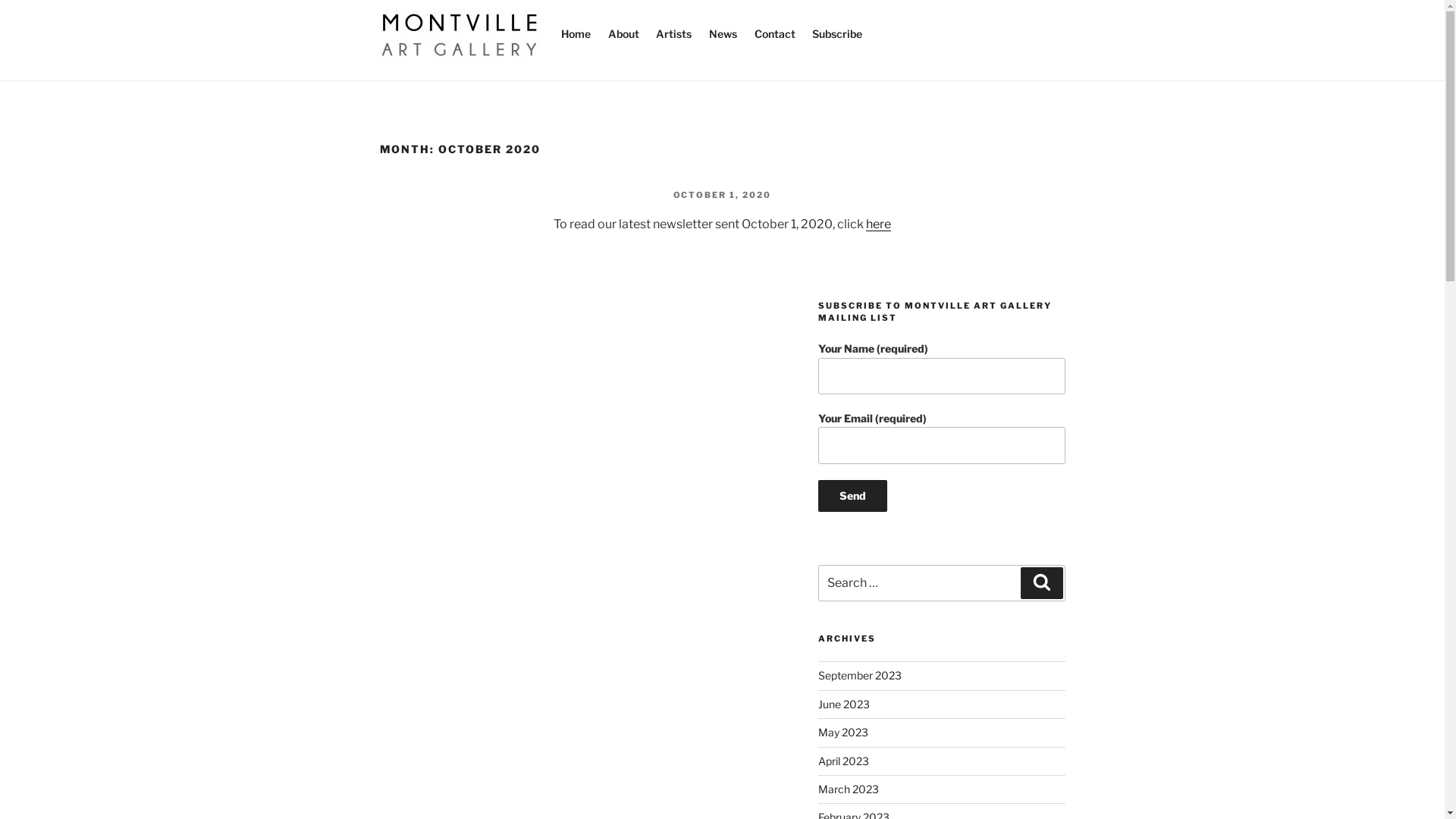 This screenshot has width=1456, height=819. Describe the element at coordinates (852, 496) in the screenshot. I see `'Send'` at that location.